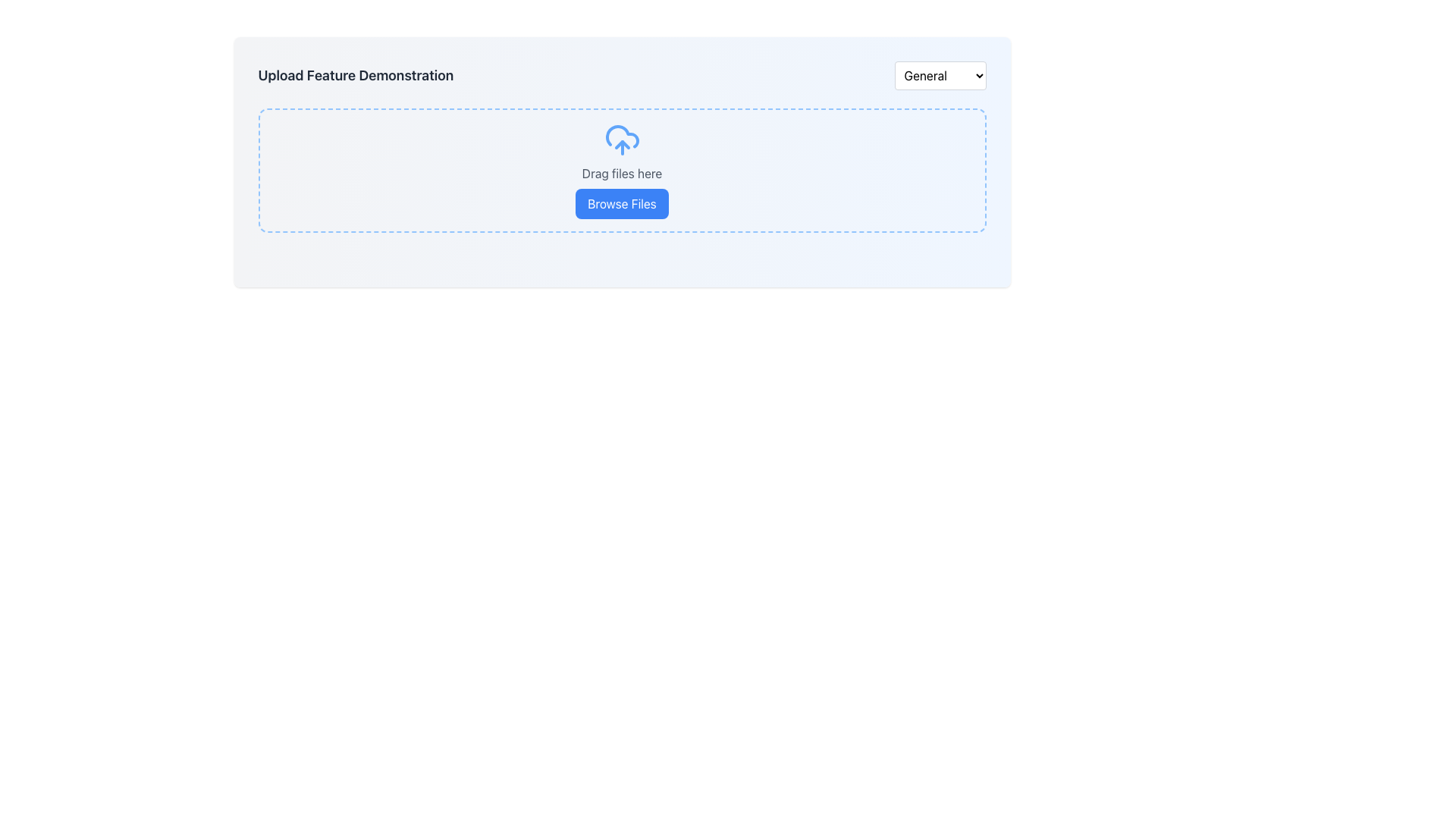  Describe the element at coordinates (622, 170) in the screenshot. I see `the dashed blue border or the 'Drag files here' text of the File Upload Area, which features a cloud icon and a 'Browse Files' button` at that location.